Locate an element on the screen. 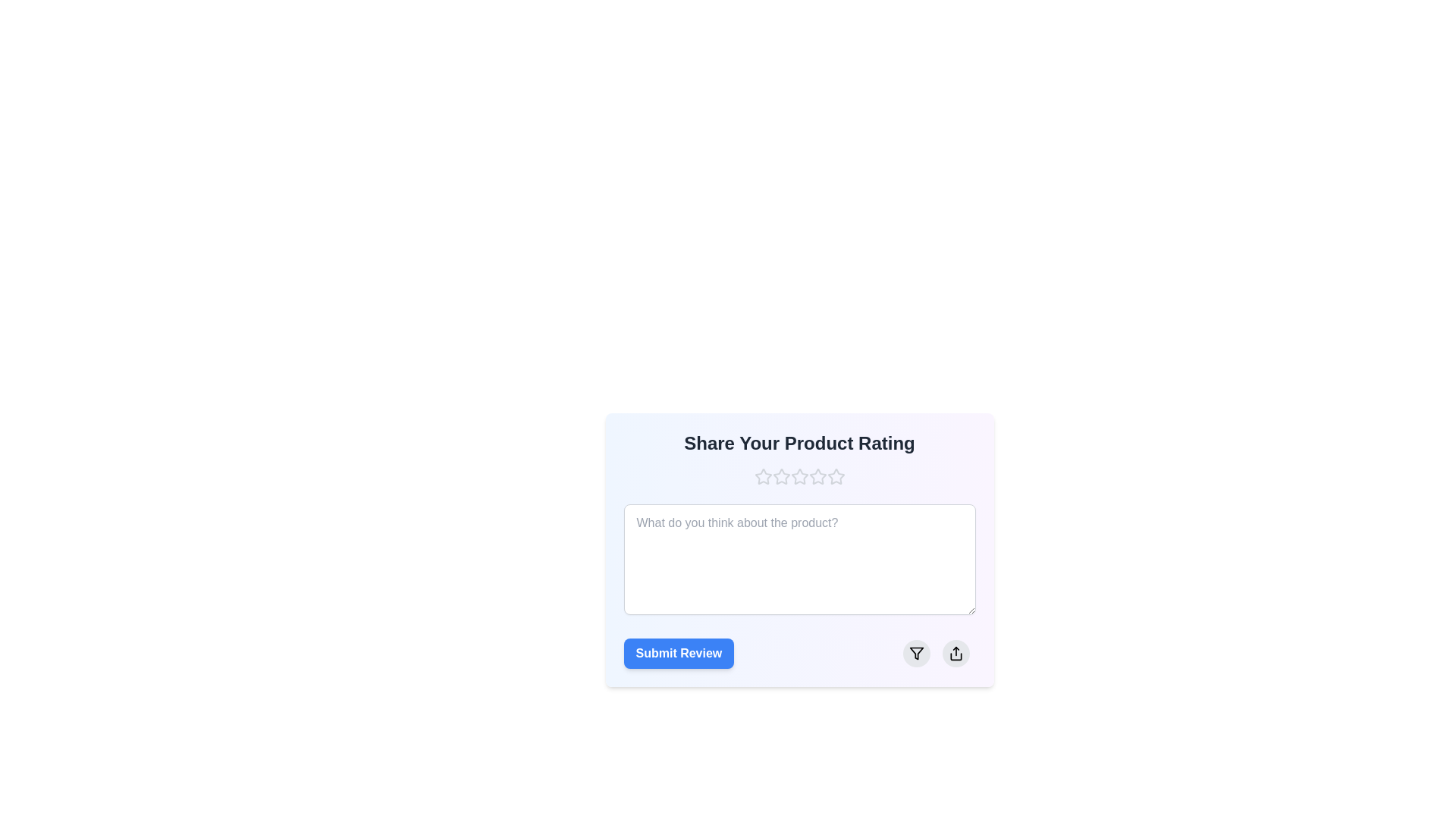 The image size is (1456, 819). on the row of five star-shaped icons in the Rating component is located at coordinates (799, 475).